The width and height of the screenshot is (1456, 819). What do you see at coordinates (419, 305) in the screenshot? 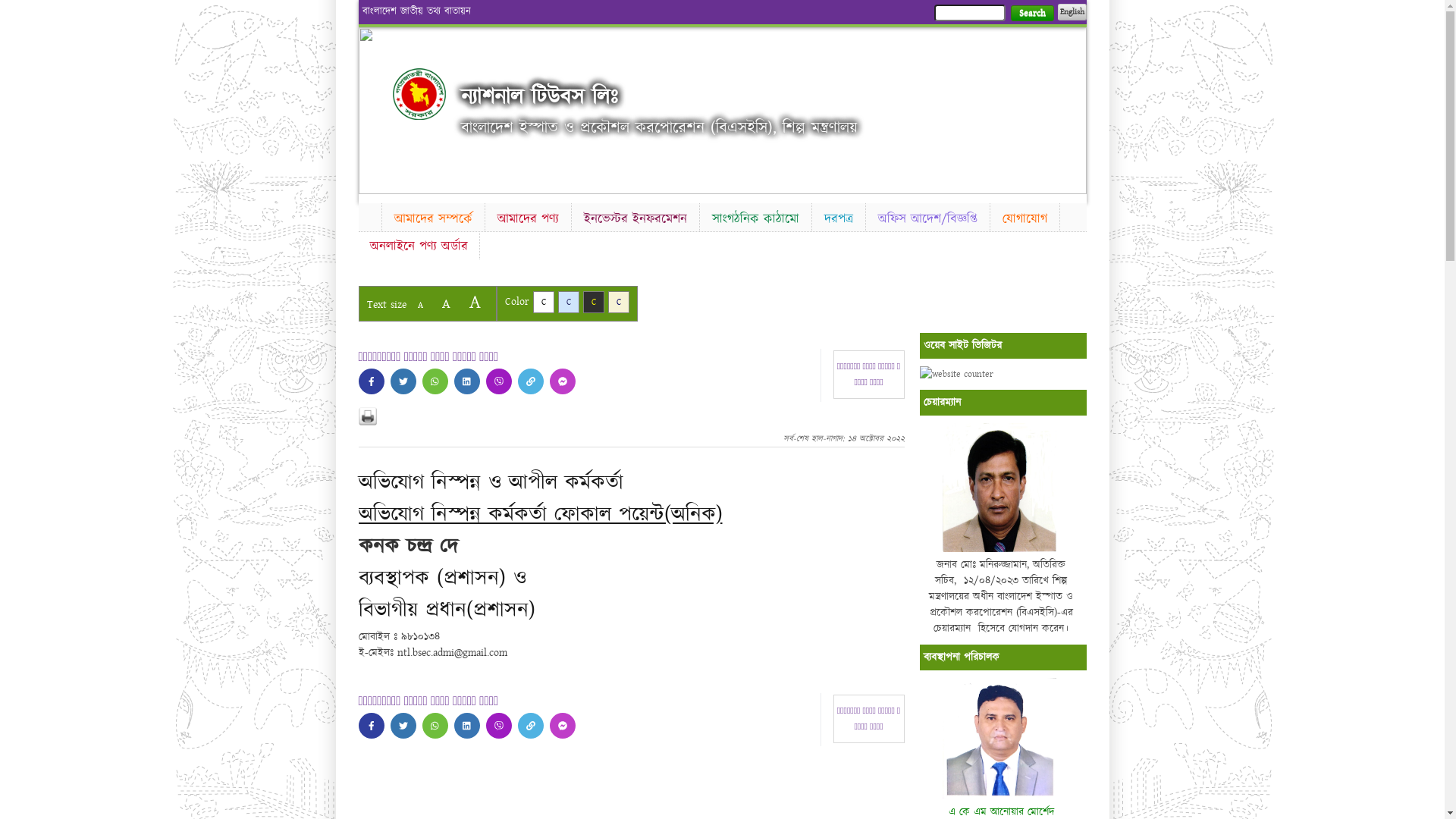
I see `'A'` at bounding box center [419, 305].